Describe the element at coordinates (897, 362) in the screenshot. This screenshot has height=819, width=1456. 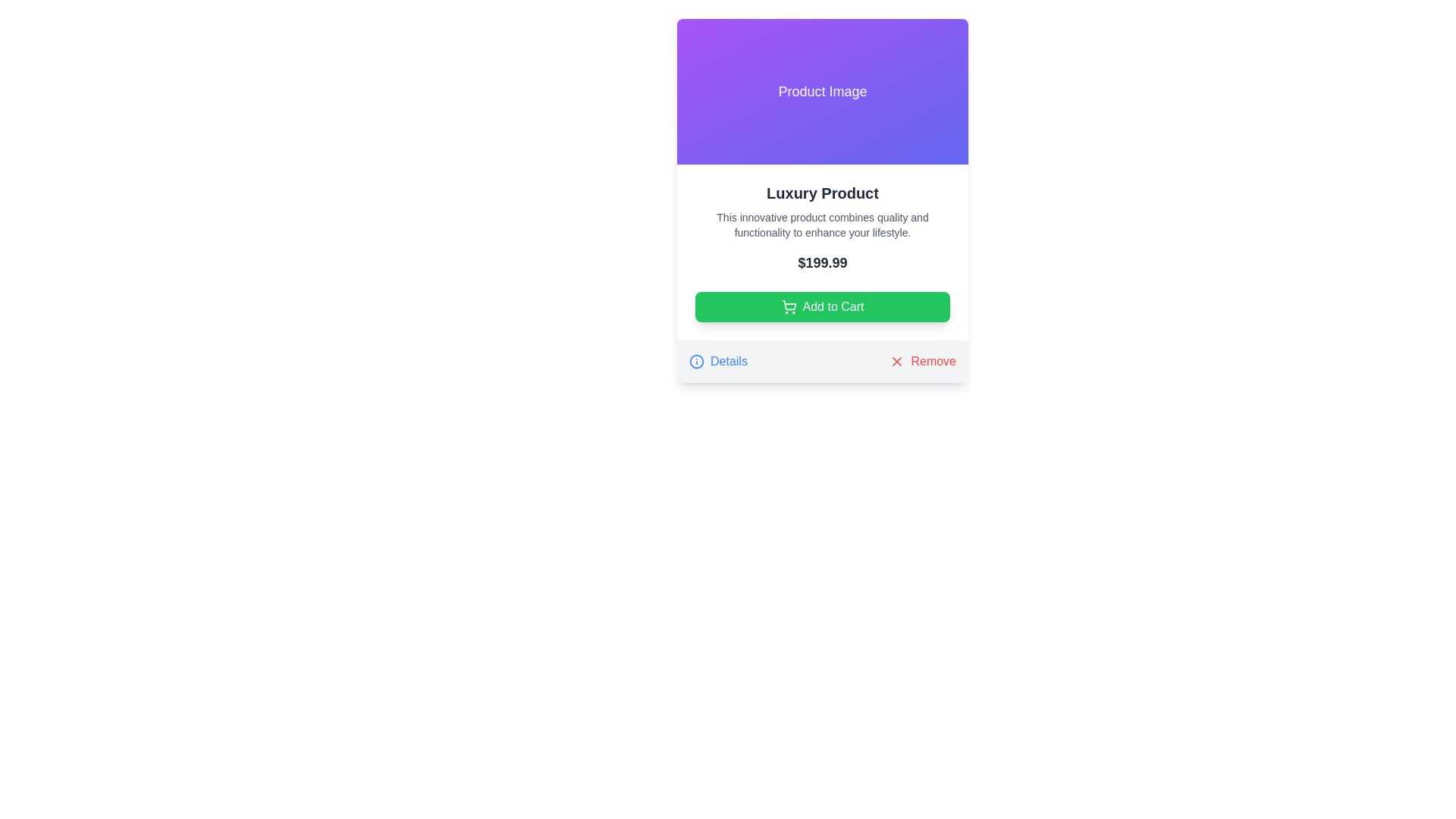
I see `the small red cross icon located to the left of the 'Remove' label at the bottom right of the card interface` at that location.